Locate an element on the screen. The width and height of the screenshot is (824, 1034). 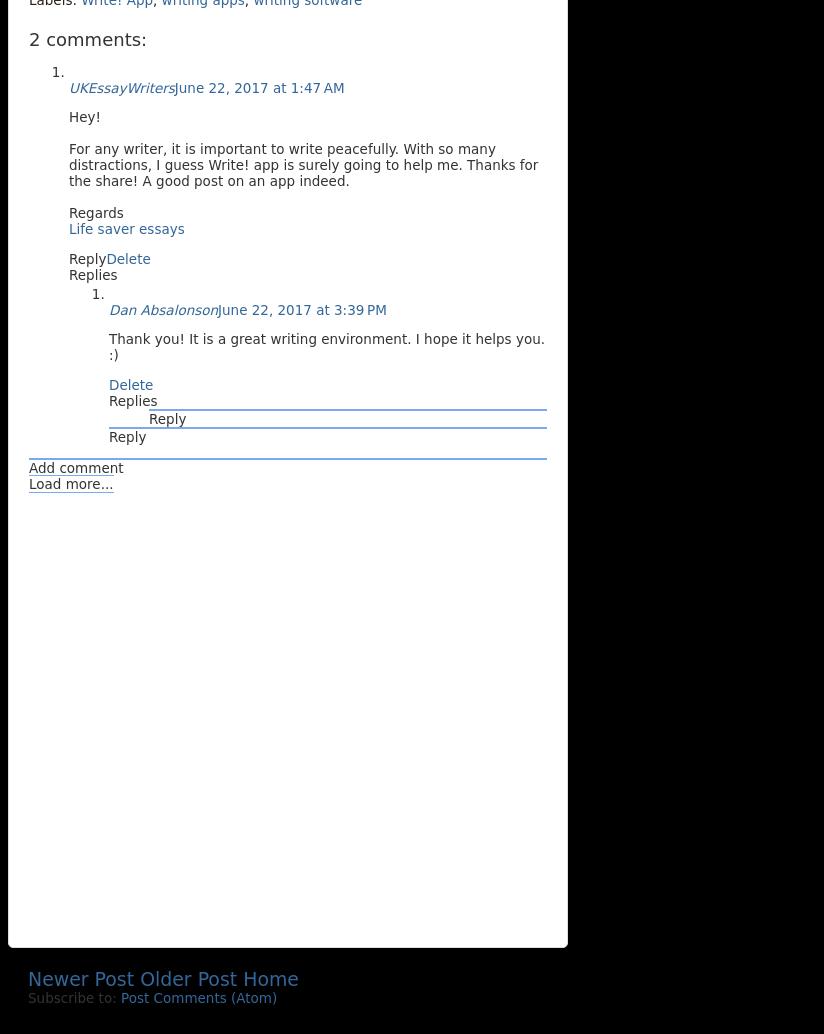
'June 22, 2017 at 3:39 PM' is located at coordinates (300, 307).